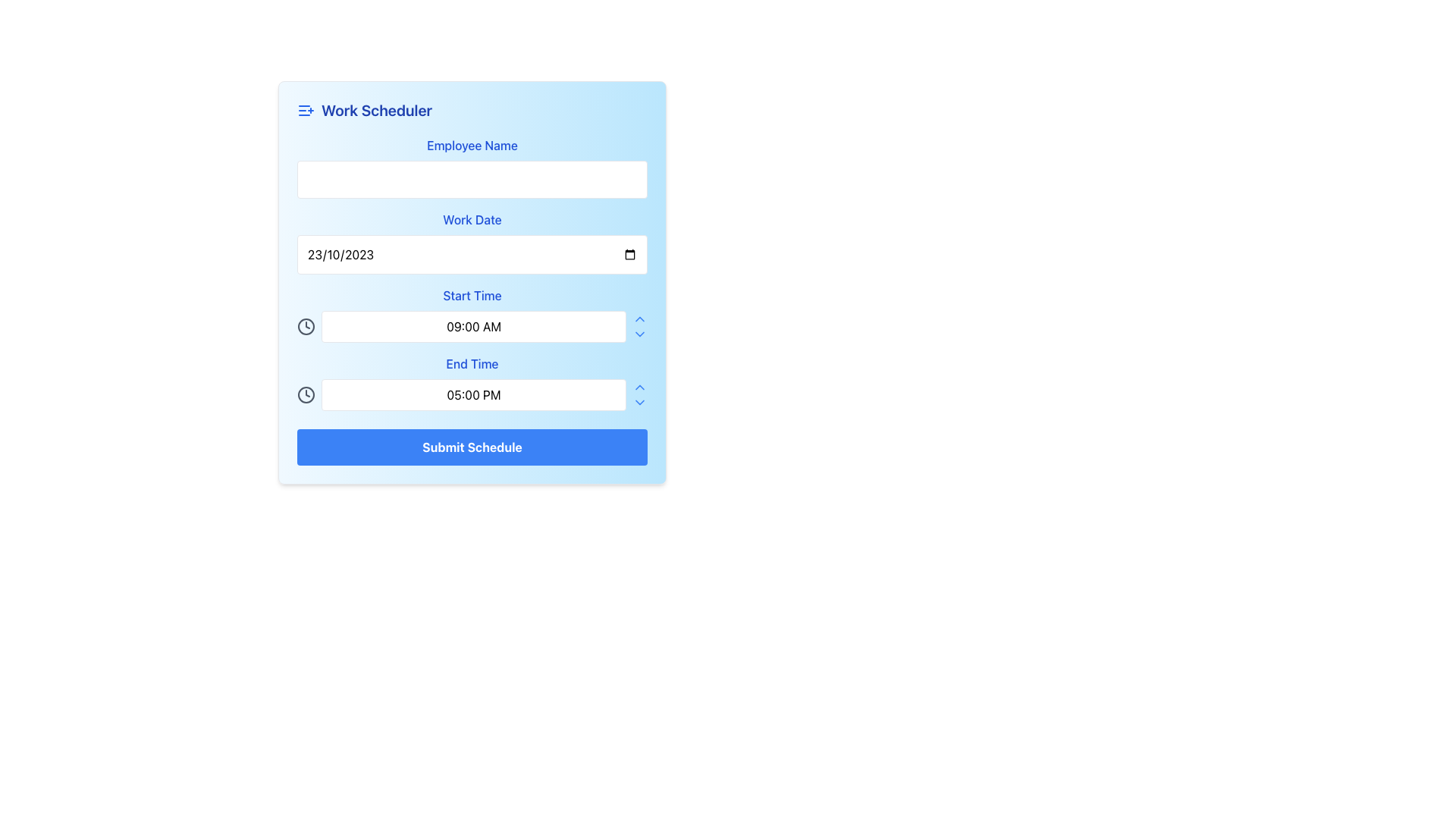 The height and width of the screenshot is (819, 1456). Describe the element at coordinates (640, 318) in the screenshot. I see `the increment button located to the right of the 'Start Time' input box, which is the top blue chevron icon` at that location.